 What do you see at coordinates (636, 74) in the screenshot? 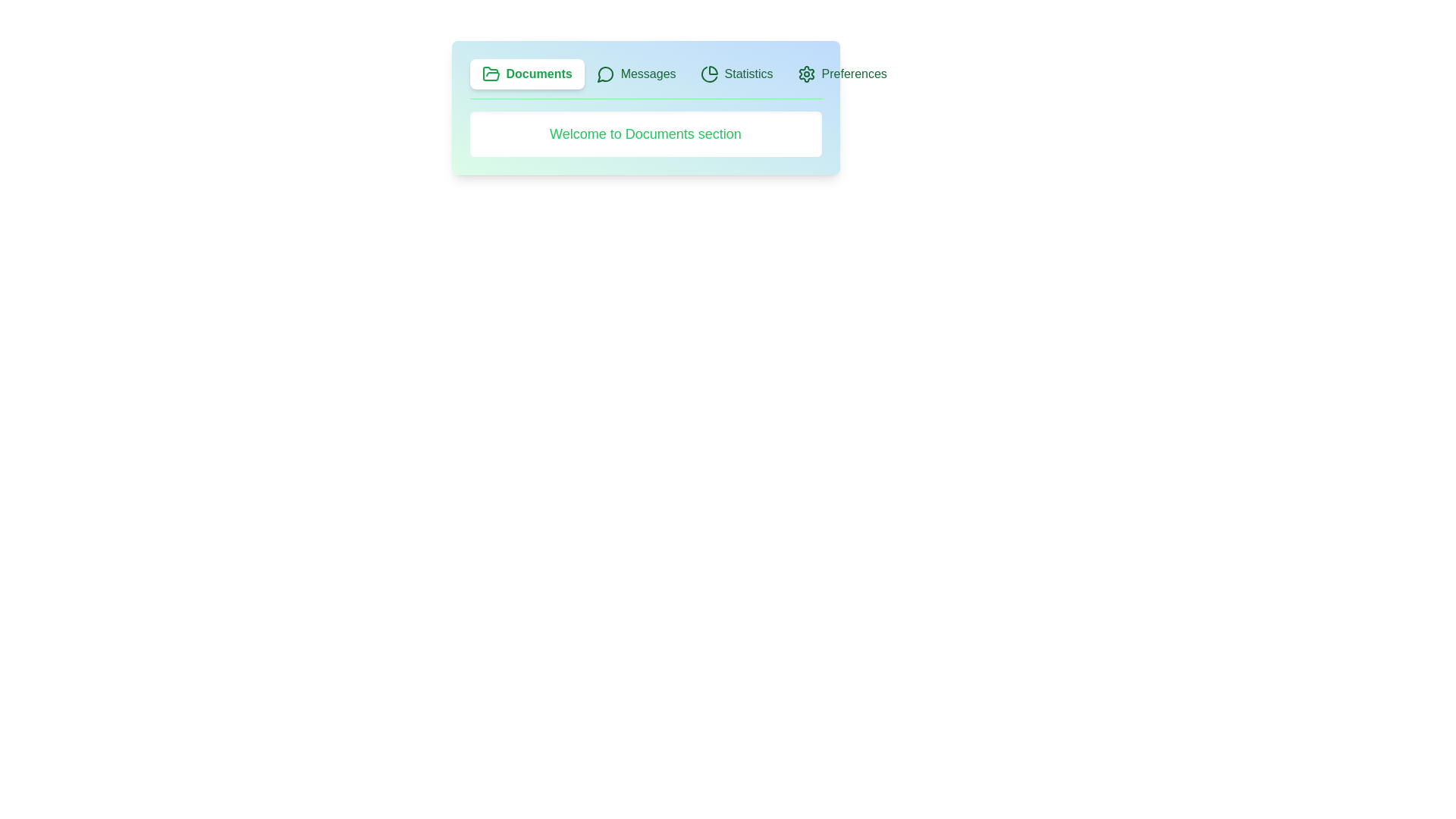
I see `the tab labeled Messages to see its visual feedback` at bounding box center [636, 74].